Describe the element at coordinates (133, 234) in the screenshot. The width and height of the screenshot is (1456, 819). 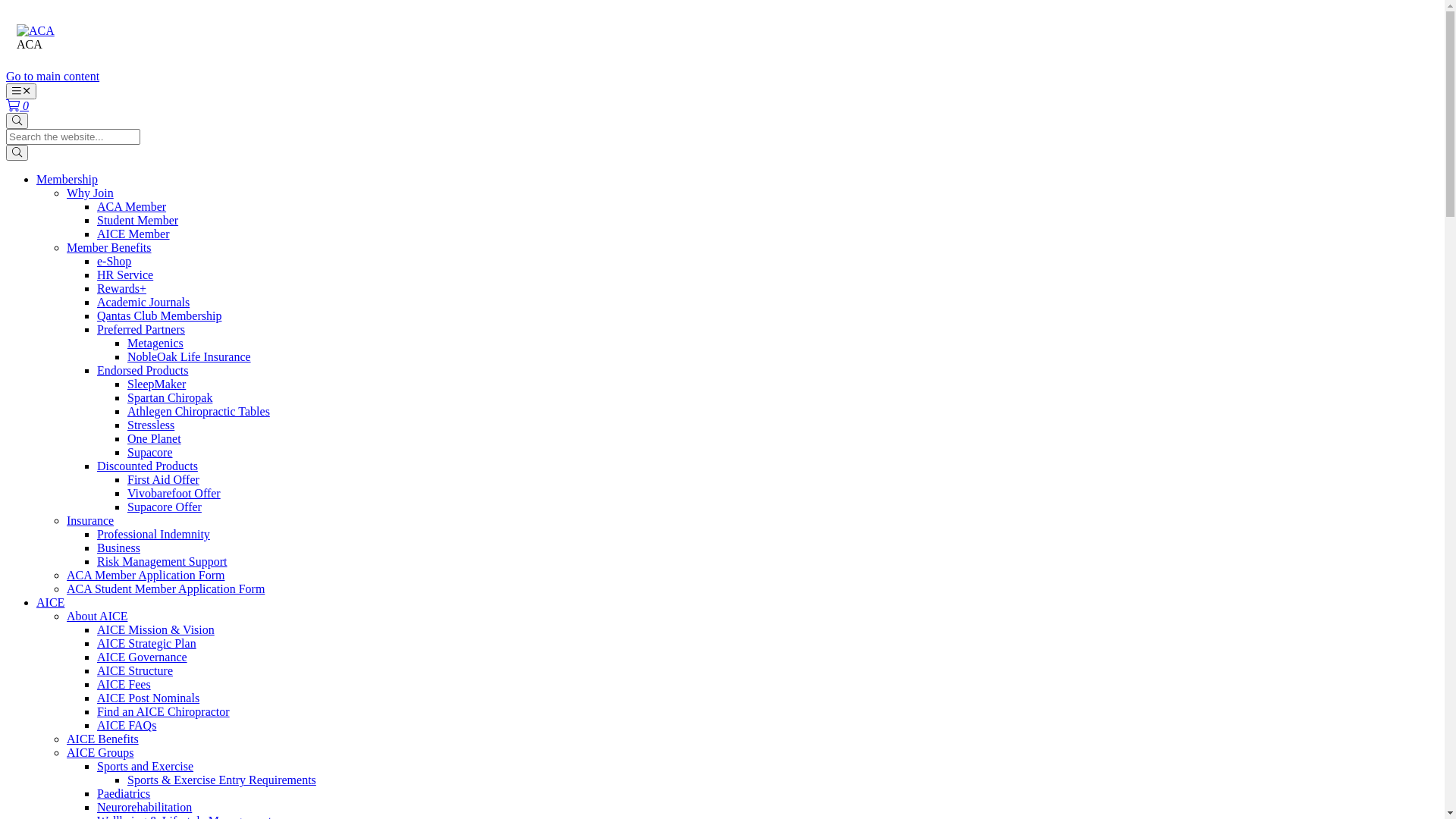
I see `'AICE Member'` at that location.